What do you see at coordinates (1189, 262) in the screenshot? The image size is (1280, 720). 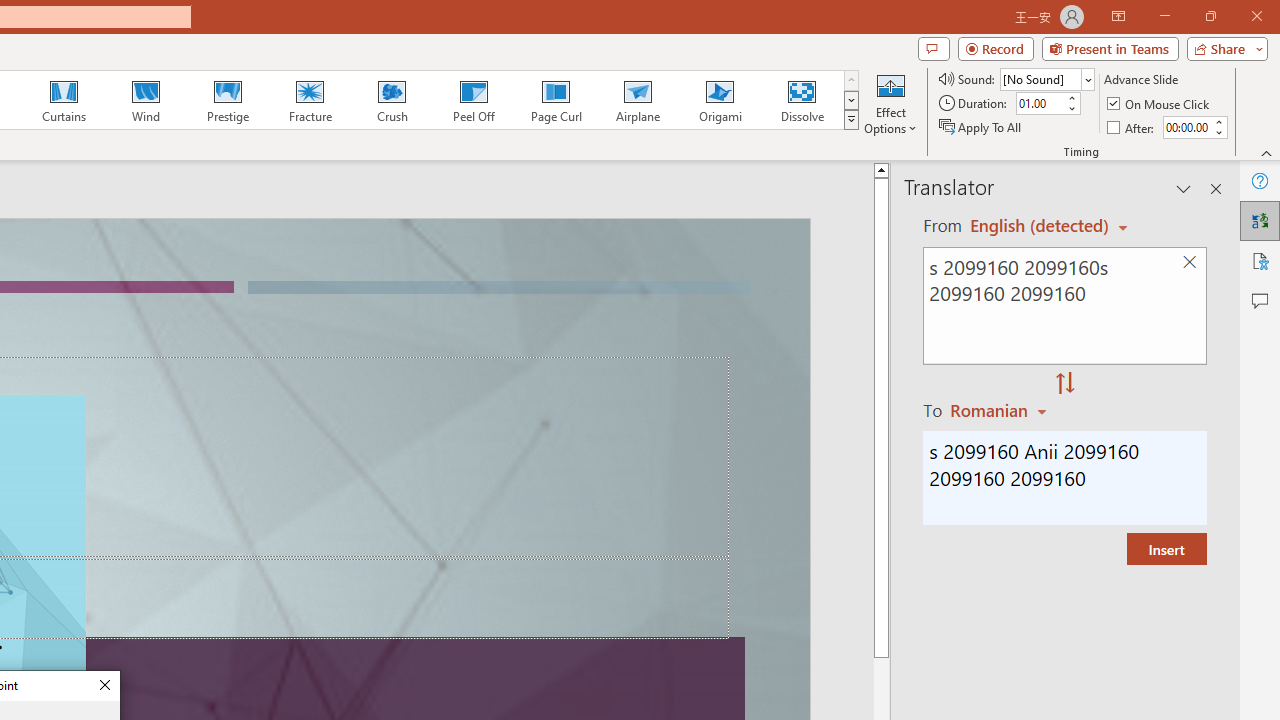 I see `'Clear text'` at bounding box center [1189, 262].